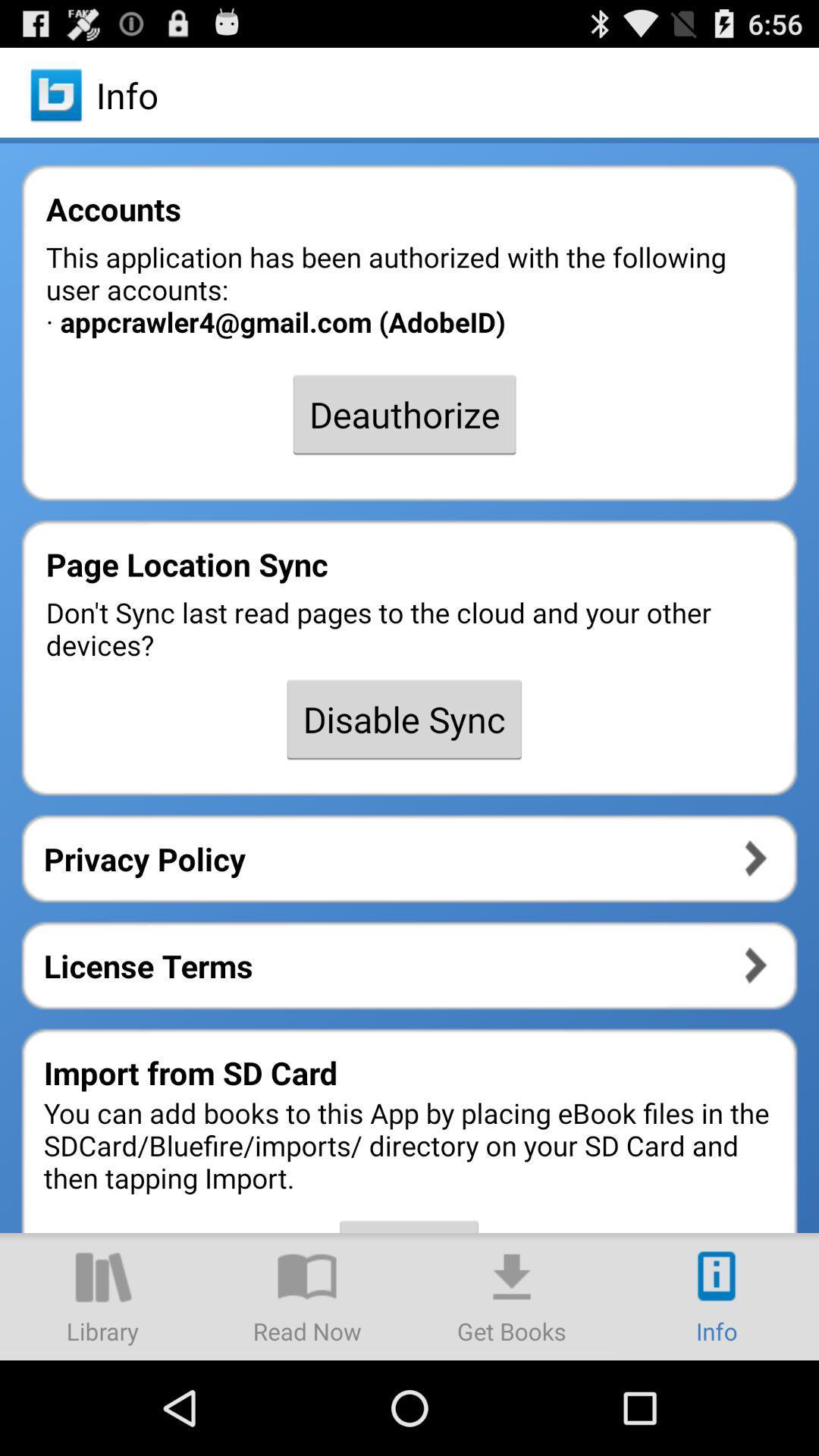 The height and width of the screenshot is (1456, 819). Describe the element at coordinates (717, 1295) in the screenshot. I see `more info icon` at that location.